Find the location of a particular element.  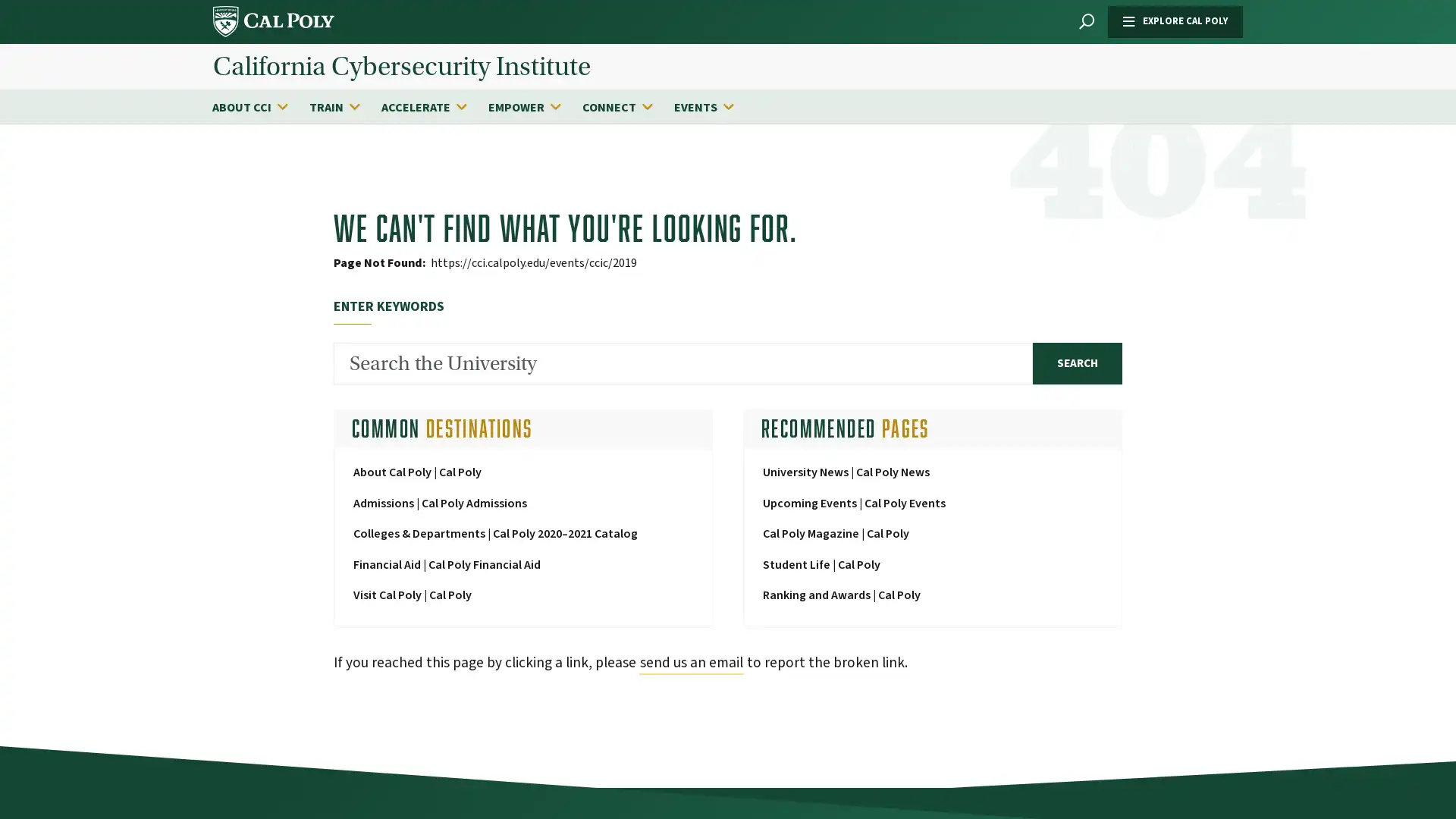

Search is located at coordinates (1076, 362).